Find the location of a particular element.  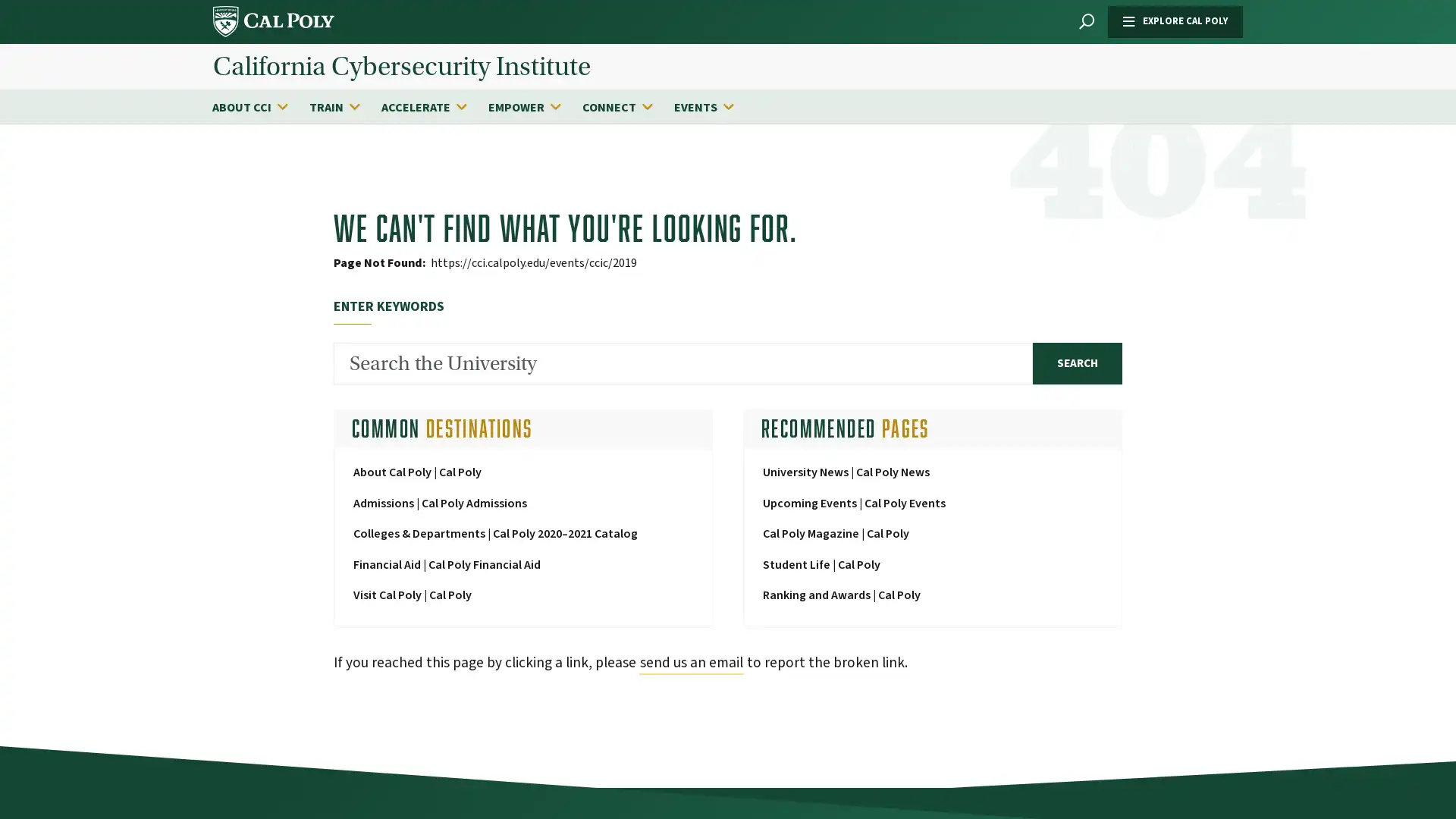

Search is located at coordinates (1076, 362).